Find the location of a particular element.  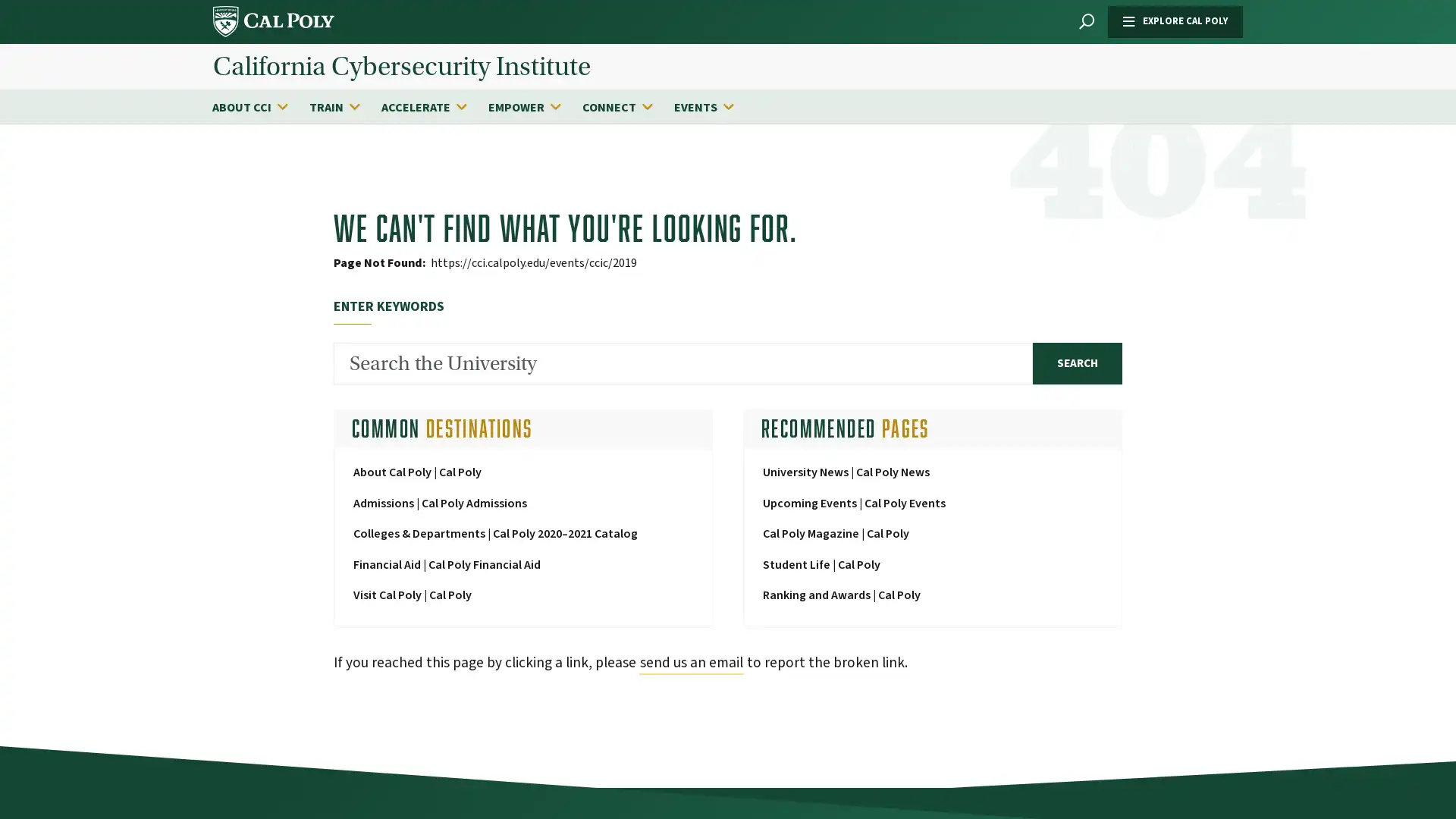

Search is located at coordinates (1076, 362).